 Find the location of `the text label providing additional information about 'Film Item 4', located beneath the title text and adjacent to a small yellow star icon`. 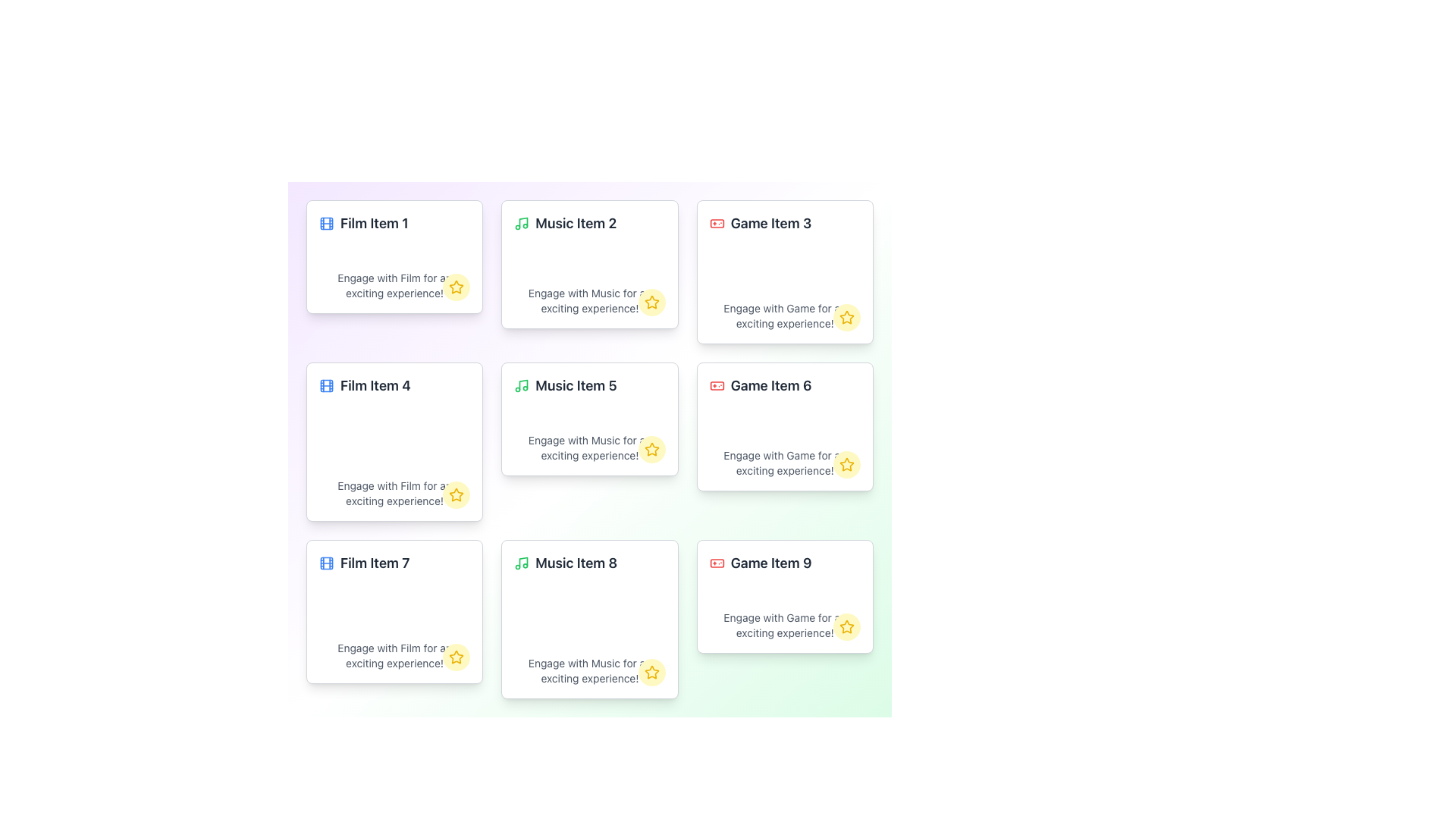

the text label providing additional information about 'Film Item 4', located beneath the title text and adjacent to a small yellow star icon is located at coordinates (394, 494).